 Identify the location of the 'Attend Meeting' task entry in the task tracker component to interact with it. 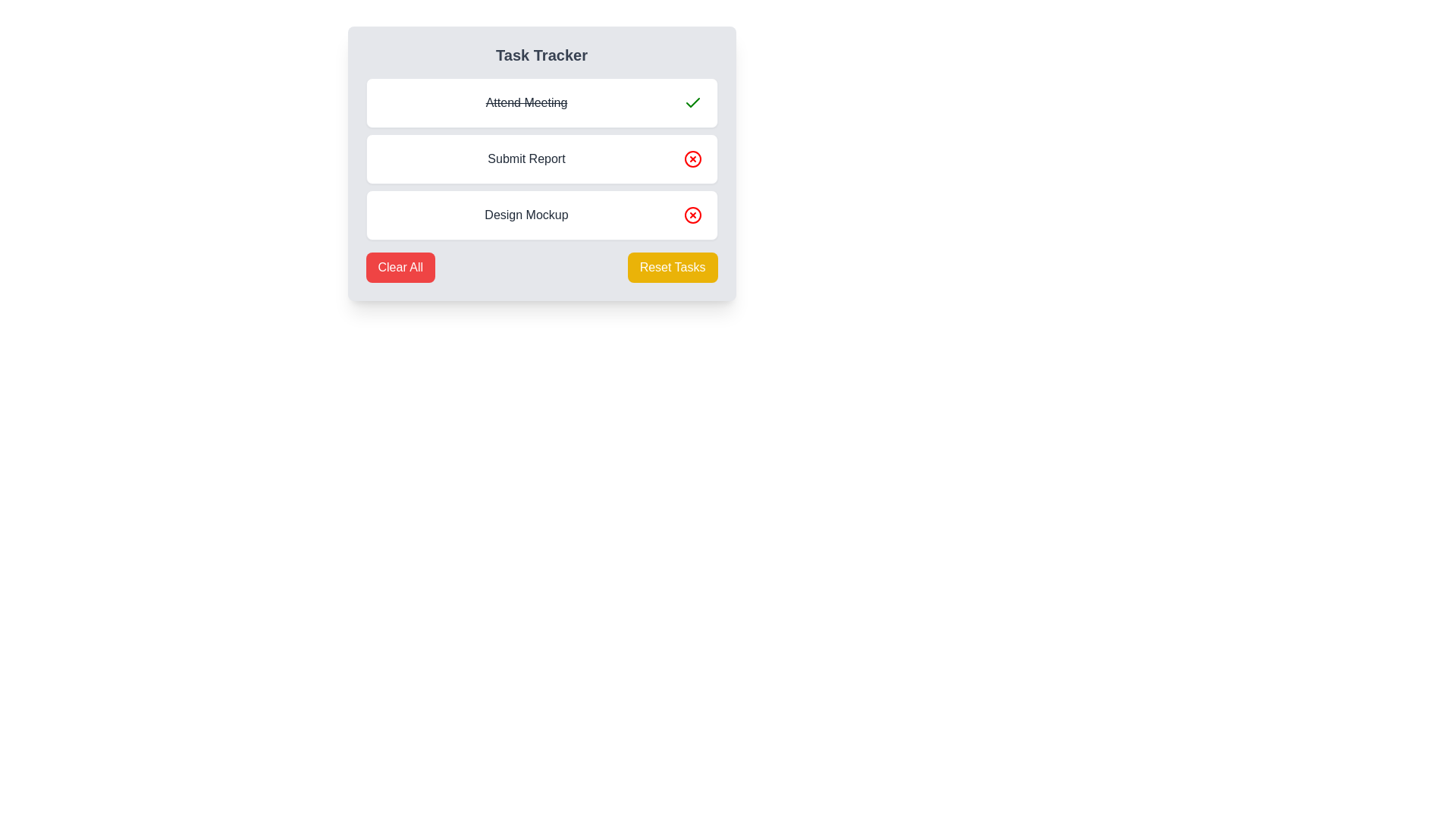
(541, 102).